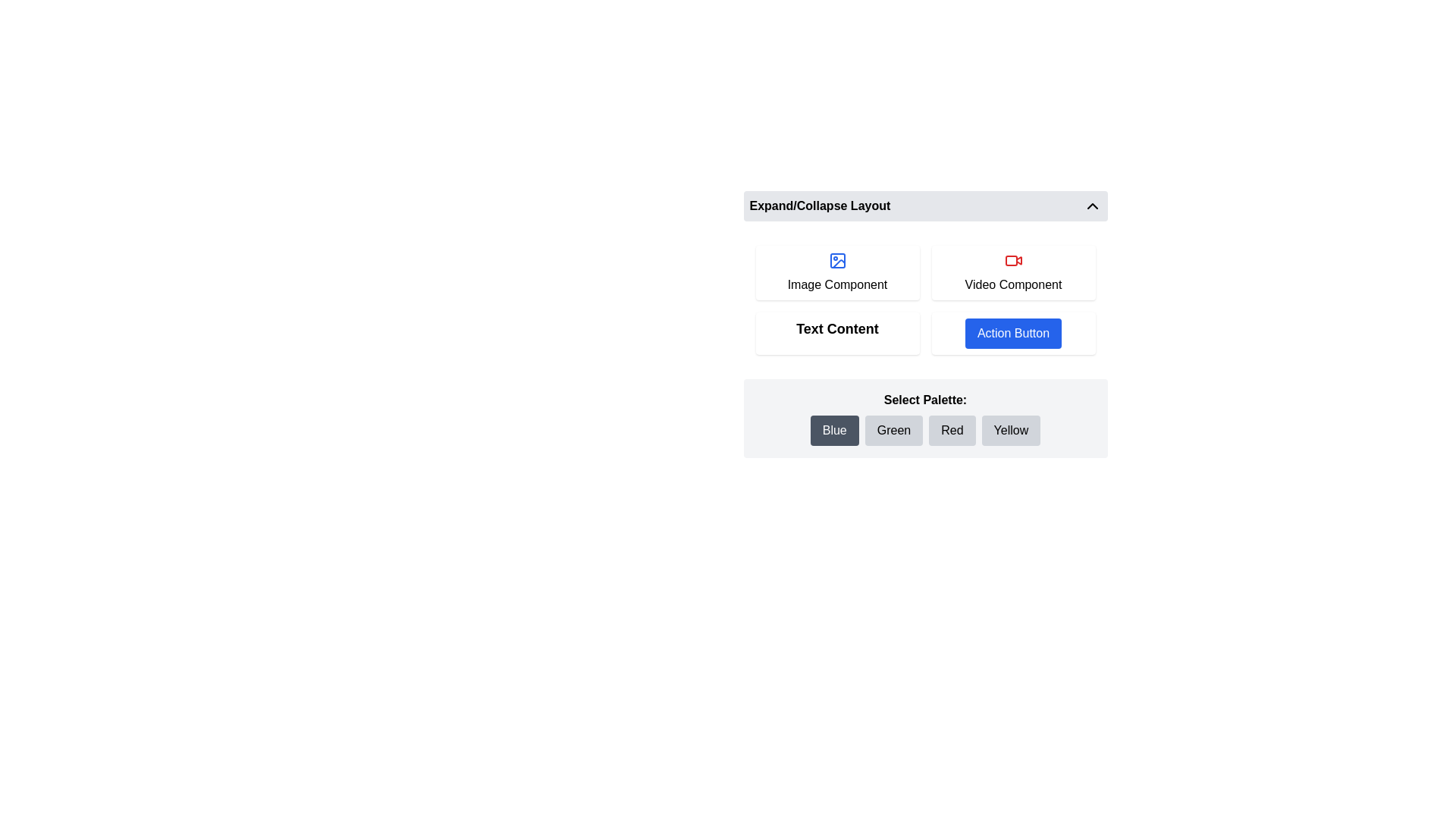  I want to click on the 'Video Component' label, which is a text component styled in black, centered beneath a red video icon on a small rectangular card with a white background and rounded corners, so click(1013, 284).